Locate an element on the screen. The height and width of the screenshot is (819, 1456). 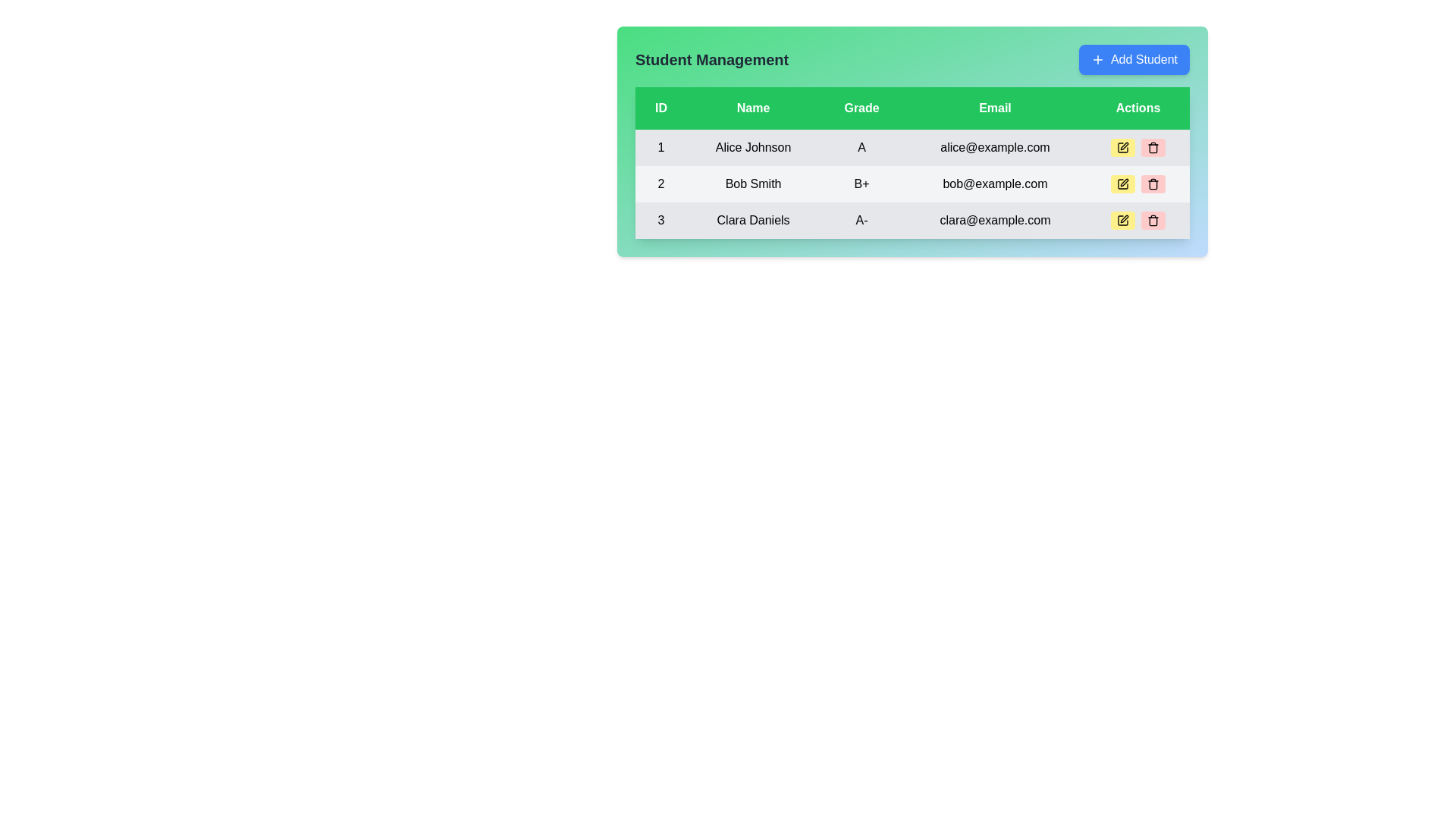
the main body of the trash bin icon located in the 'Actions' column of the third row associated with 'Clara Daniels' is located at coordinates (1153, 149).